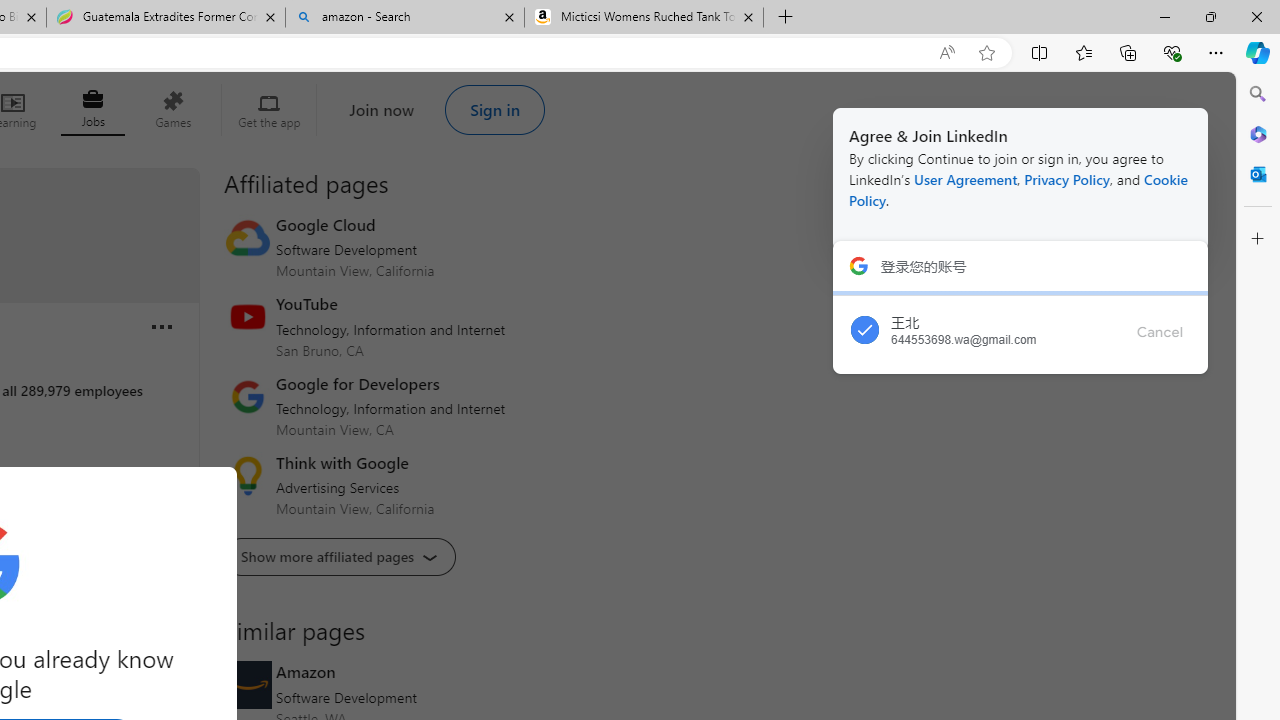 The image size is (1280, 720). I want to click on 'amazon - Search', so click(403, 17).